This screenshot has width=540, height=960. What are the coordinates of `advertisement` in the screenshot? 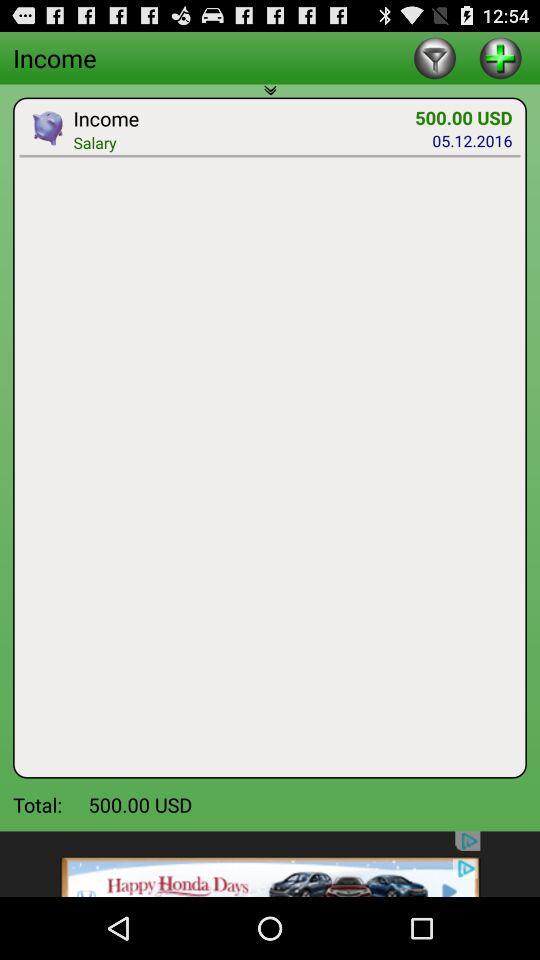 It's located at (270, 863).